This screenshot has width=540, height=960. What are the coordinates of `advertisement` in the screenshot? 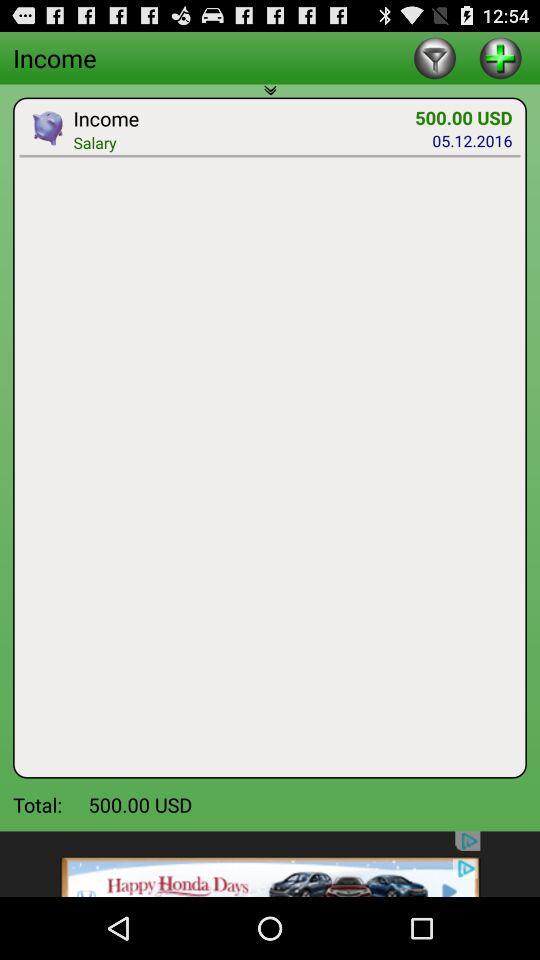 It's located at (270, 863).